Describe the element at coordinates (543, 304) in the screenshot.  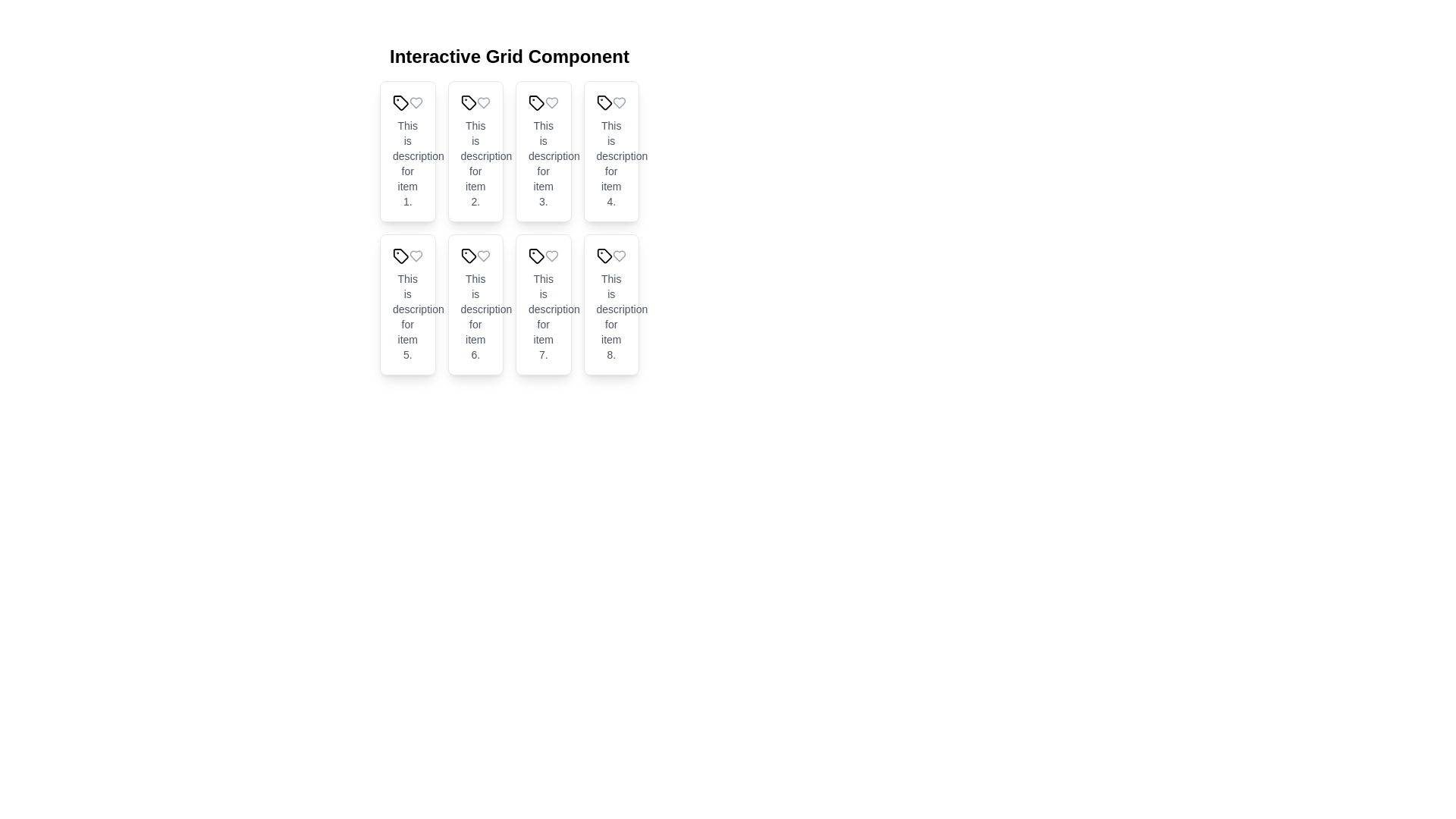
I see `the seventh tile in the grid layout` at that location.